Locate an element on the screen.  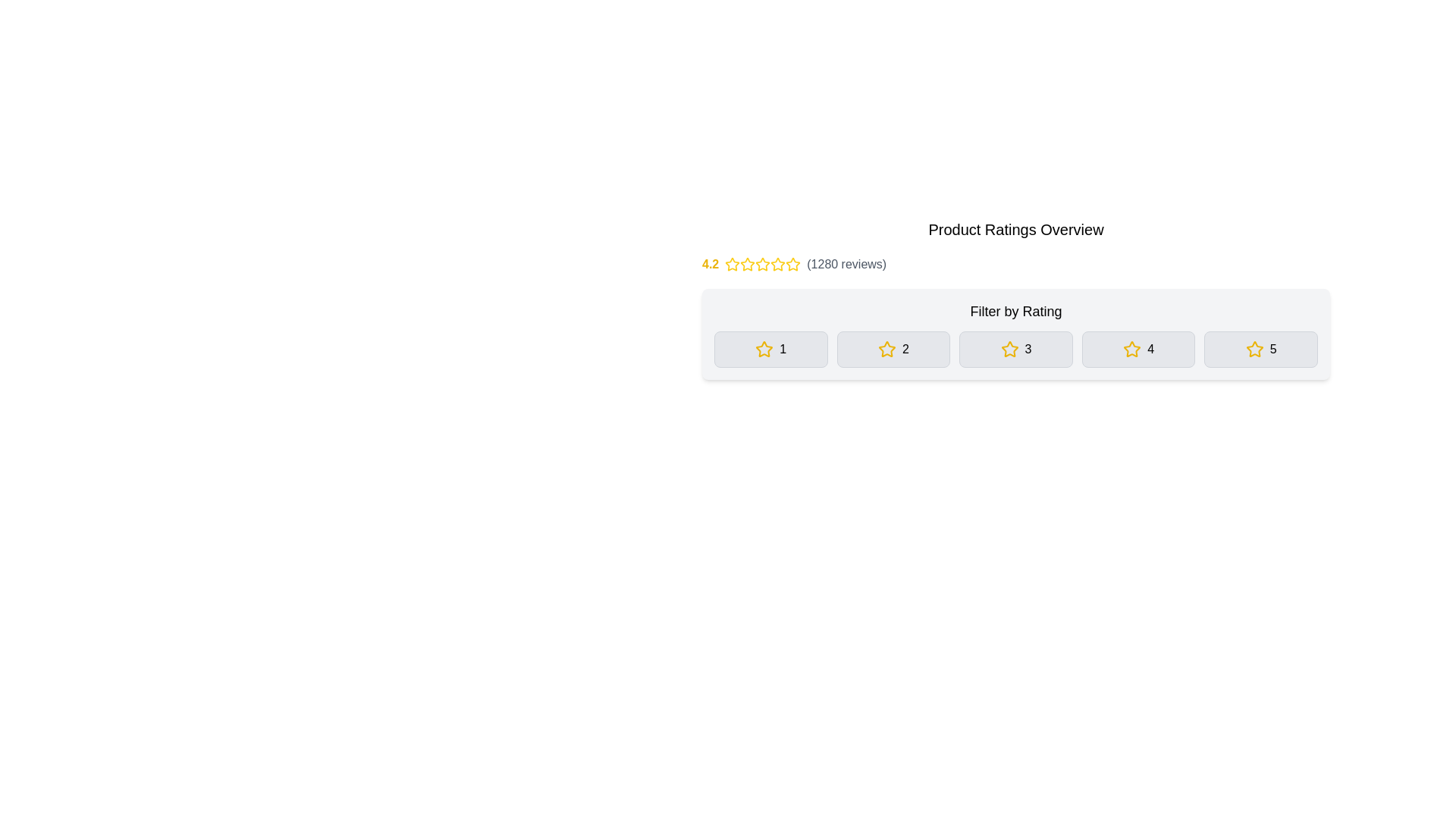
the fifth star icon in the rating component, which is outlined in yellow and located near the rating '4.2' is located at coordinates (792, 263).